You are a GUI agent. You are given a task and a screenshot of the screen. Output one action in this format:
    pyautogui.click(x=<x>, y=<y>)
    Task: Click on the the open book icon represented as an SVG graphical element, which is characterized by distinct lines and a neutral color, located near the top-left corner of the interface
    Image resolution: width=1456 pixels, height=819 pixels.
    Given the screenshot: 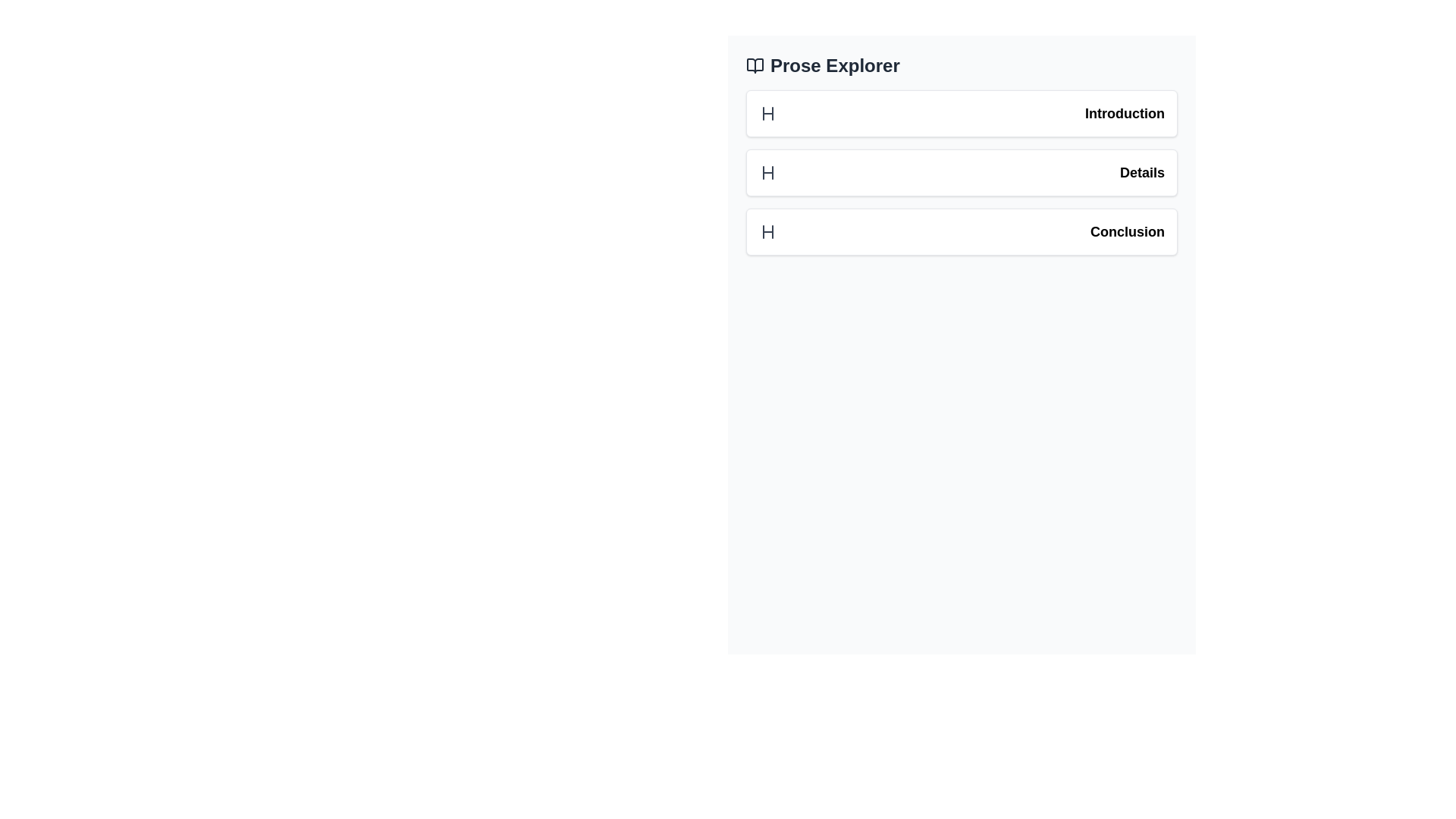 What is the action you would take?
    pyautogui.click(x=755, y=65)
    